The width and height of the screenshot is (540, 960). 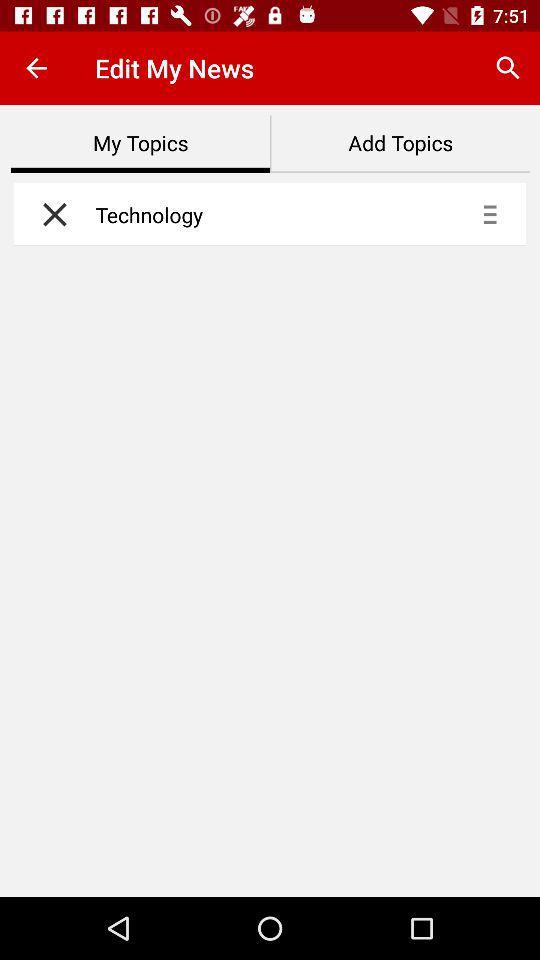 I want to click on item next to the technology, so click(x=49, y=214).